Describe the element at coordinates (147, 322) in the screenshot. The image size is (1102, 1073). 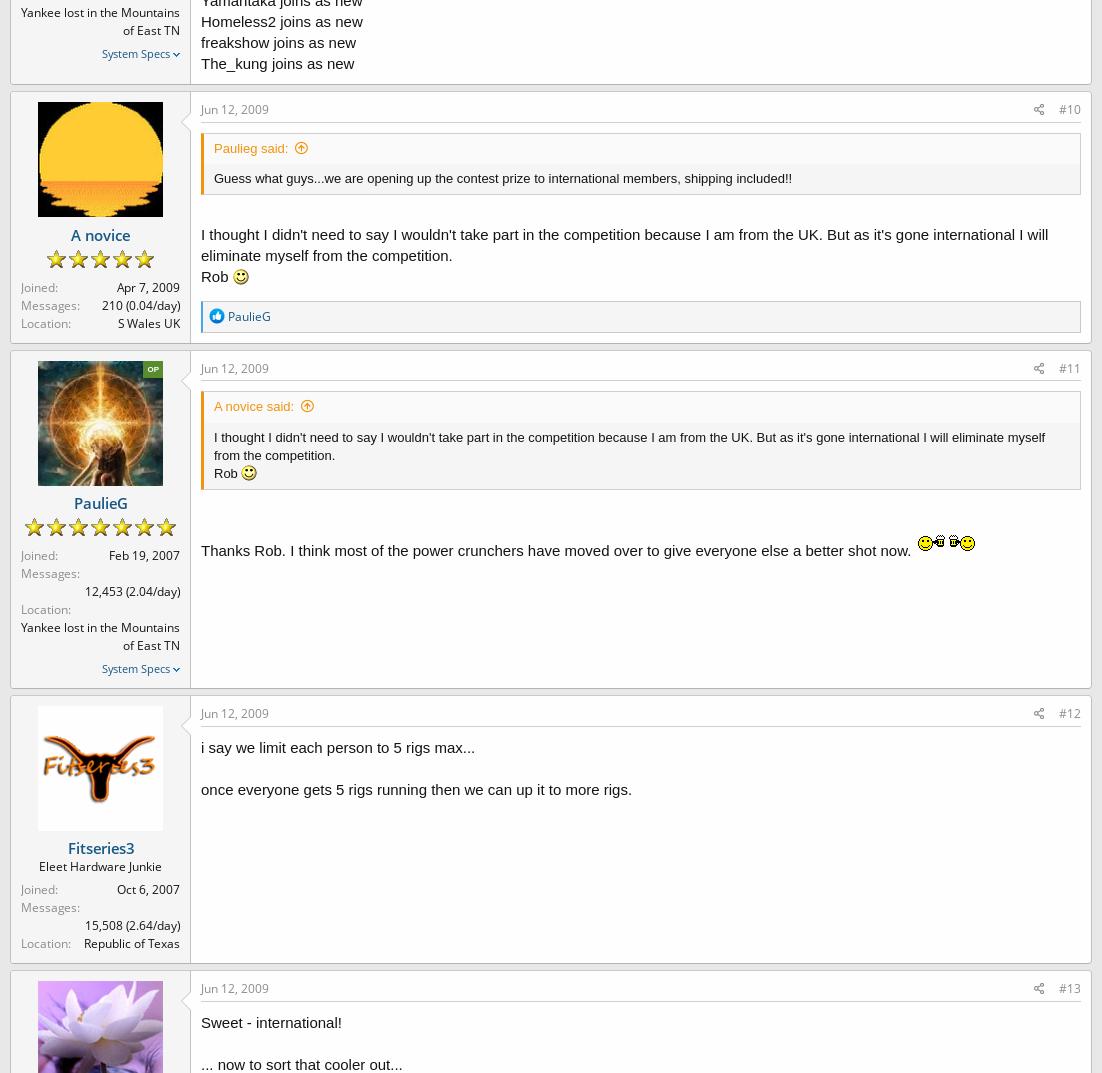
I see `'S Wales UK'` at that location.